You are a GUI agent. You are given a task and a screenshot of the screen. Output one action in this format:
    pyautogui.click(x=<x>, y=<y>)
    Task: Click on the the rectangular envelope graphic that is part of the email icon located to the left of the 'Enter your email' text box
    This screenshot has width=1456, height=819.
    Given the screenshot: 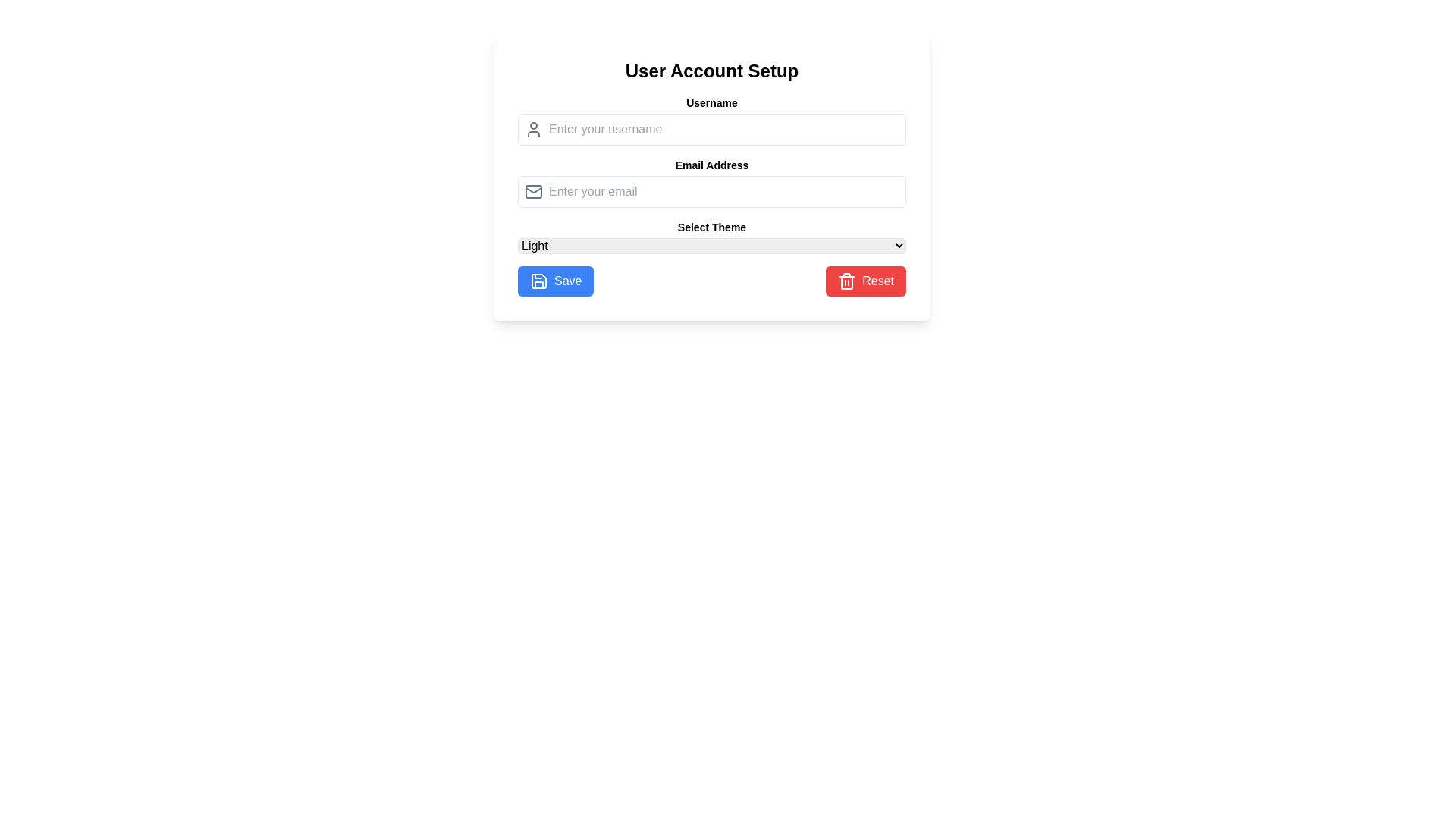 What is the action you would take?
    pyautogui.click(x=534, y=191)
    